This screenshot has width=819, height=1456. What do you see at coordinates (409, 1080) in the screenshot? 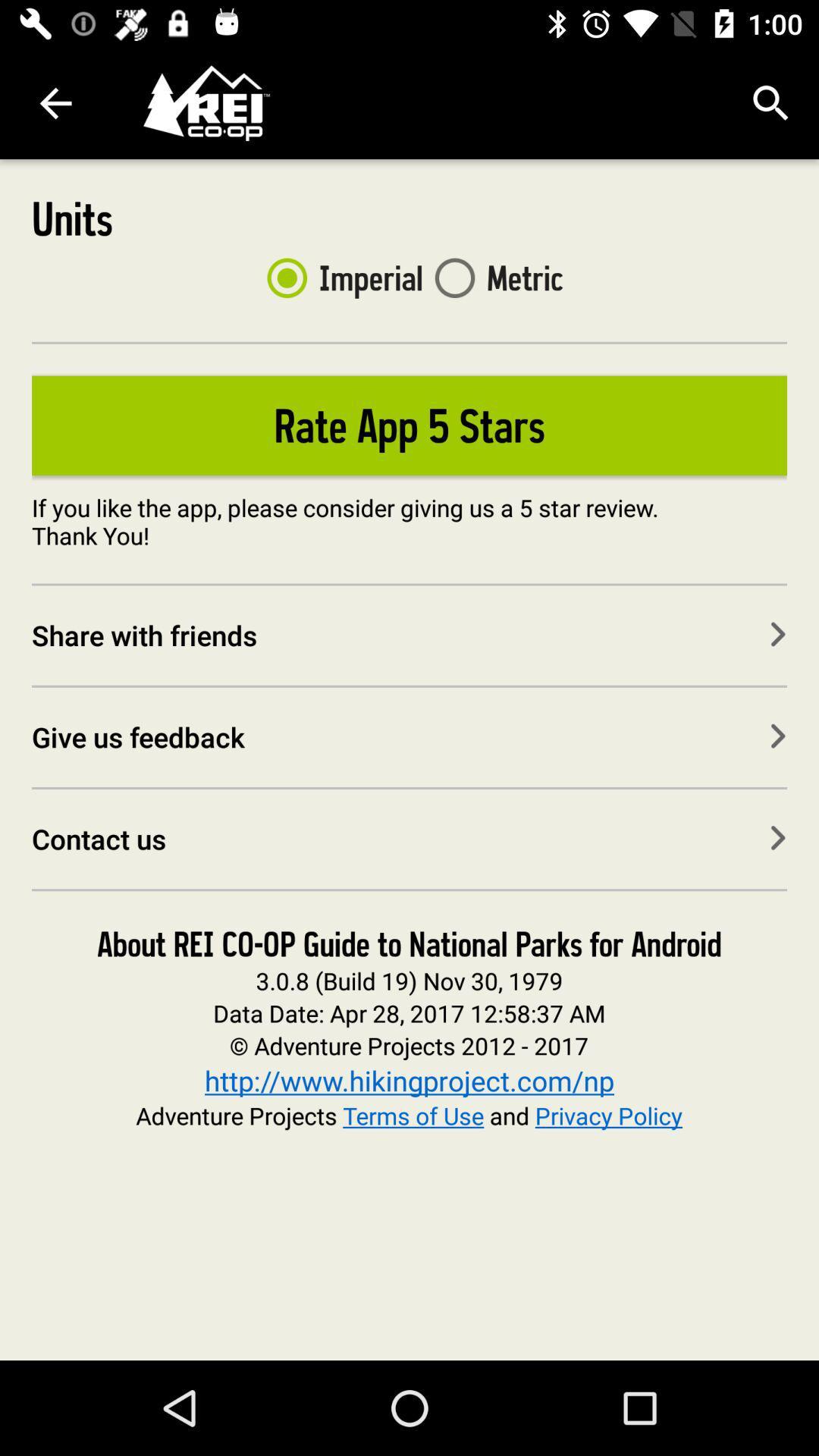
I see `the icon above the adventure projects terms item` at bounding box center [409, 1080].